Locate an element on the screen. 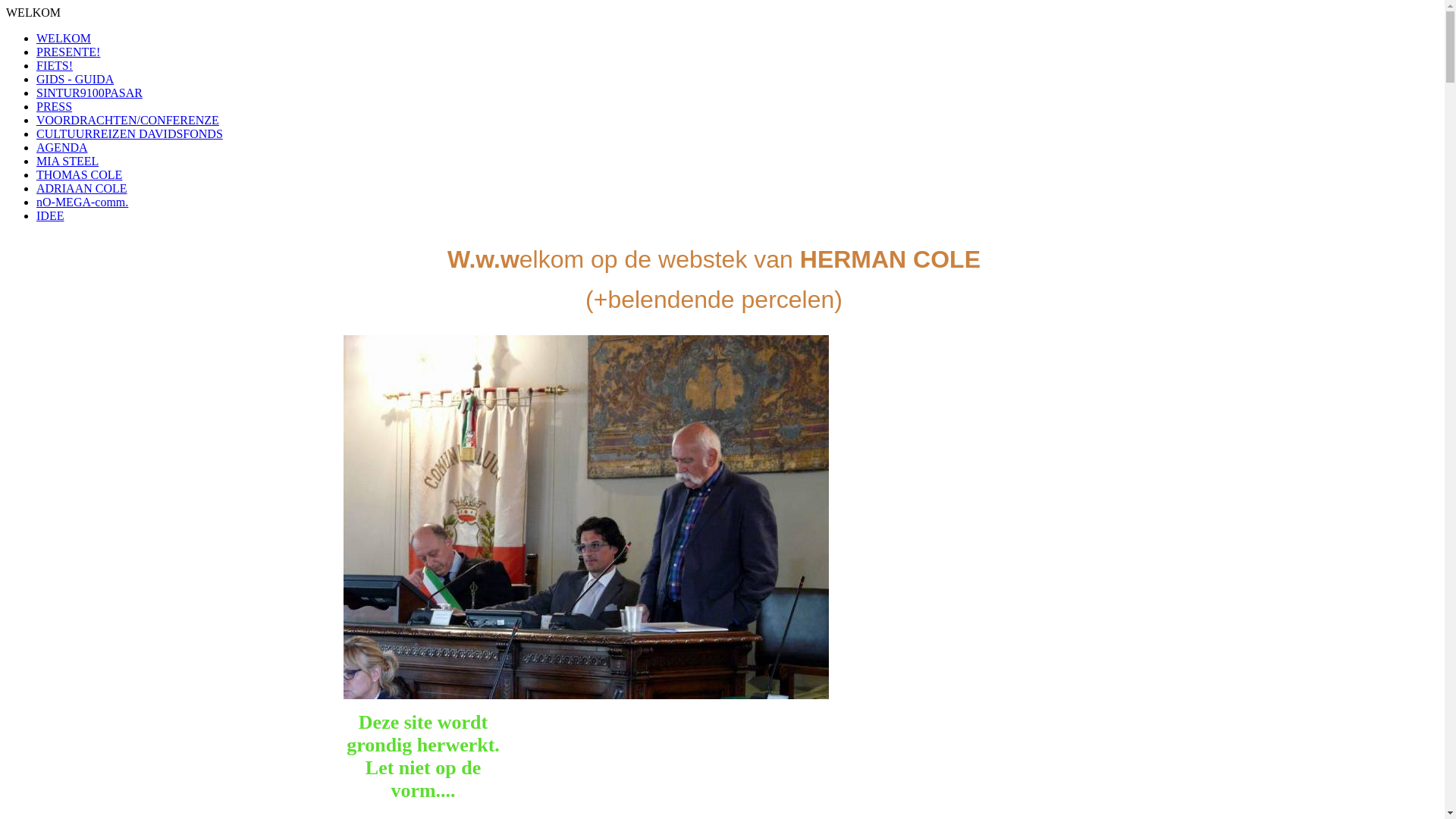  'PRESS' is located at coordinates (54, 105).